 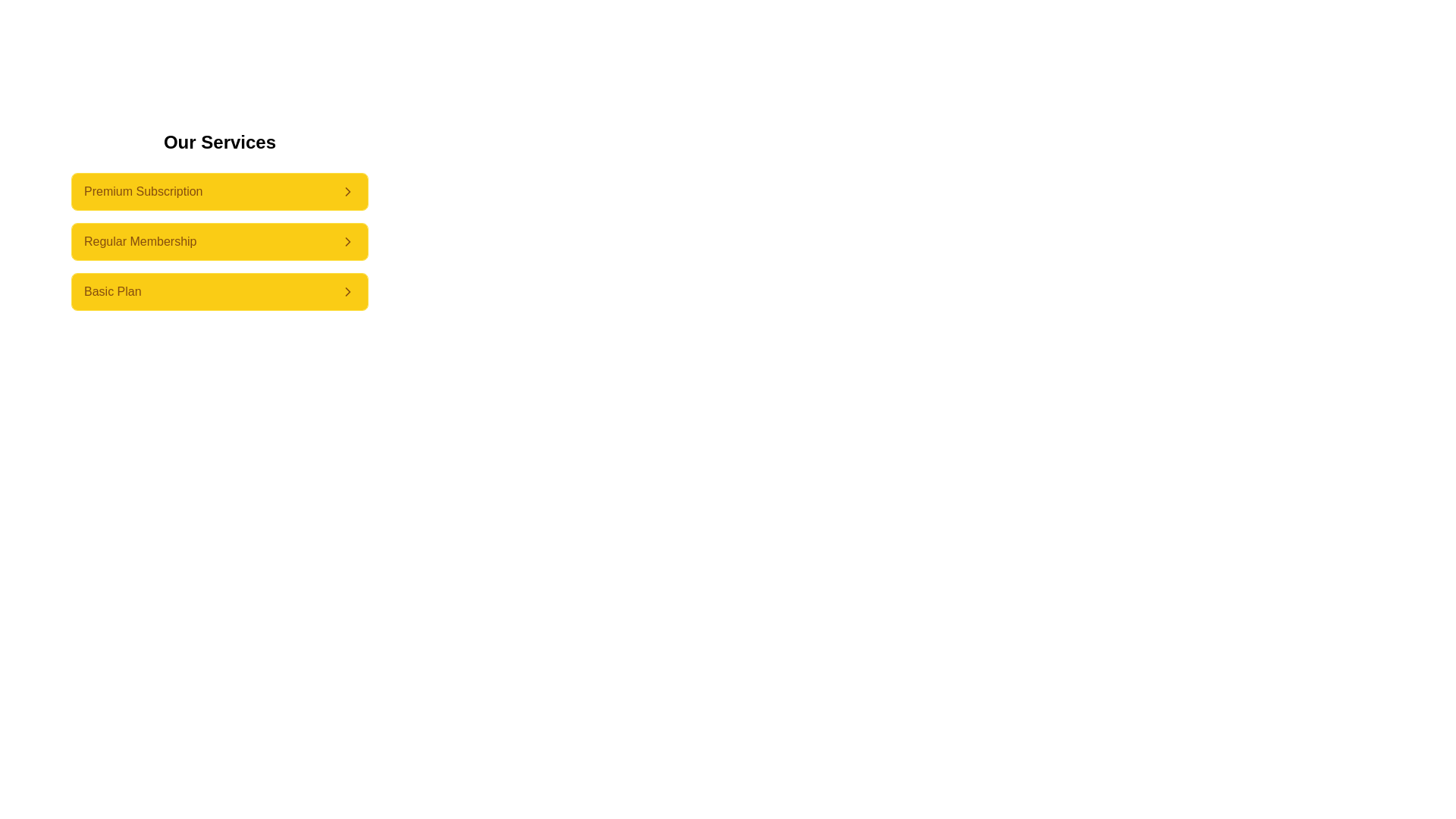 I want to click on the 'Basic Plan' button located at the bottom of the subscription options, so click(x=218, y=292).